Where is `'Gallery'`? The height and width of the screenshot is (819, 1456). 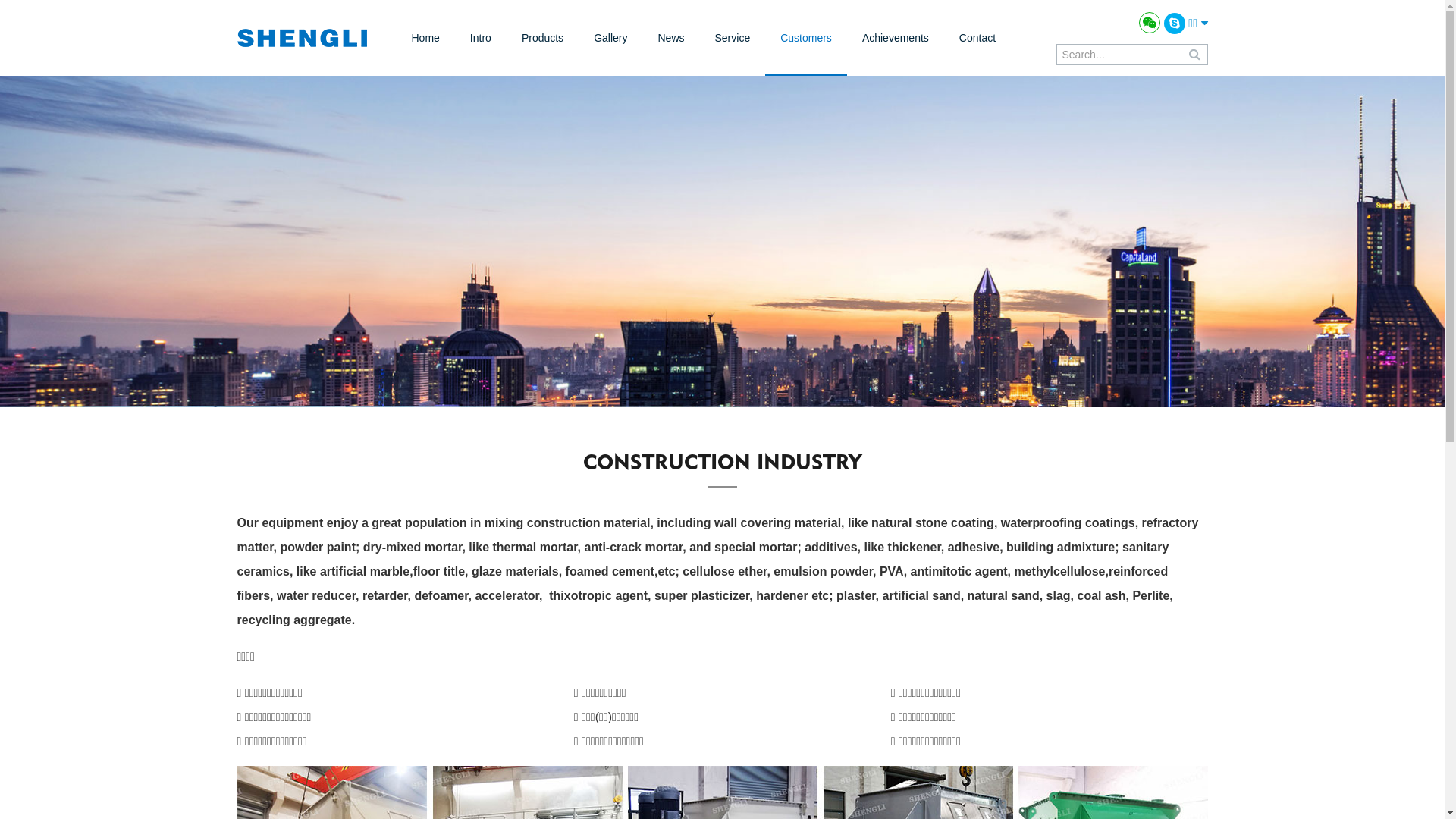
'Gallery' is located at coordinates (610, 37).